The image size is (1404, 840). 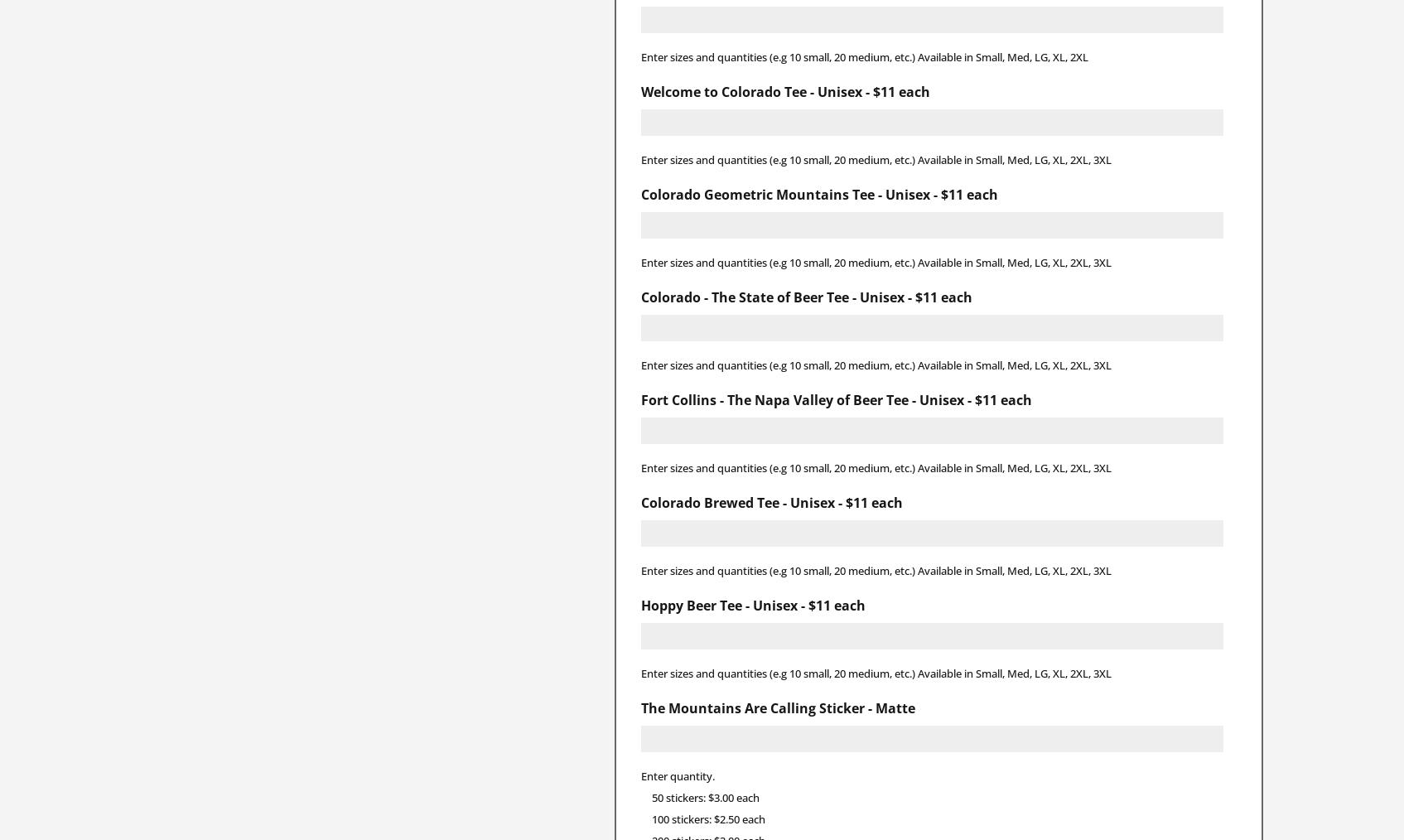 What do you see at coordinates (677, 775) in the screenshot?
I see `'Enter quantity.'` at bounding box center [677, 775].